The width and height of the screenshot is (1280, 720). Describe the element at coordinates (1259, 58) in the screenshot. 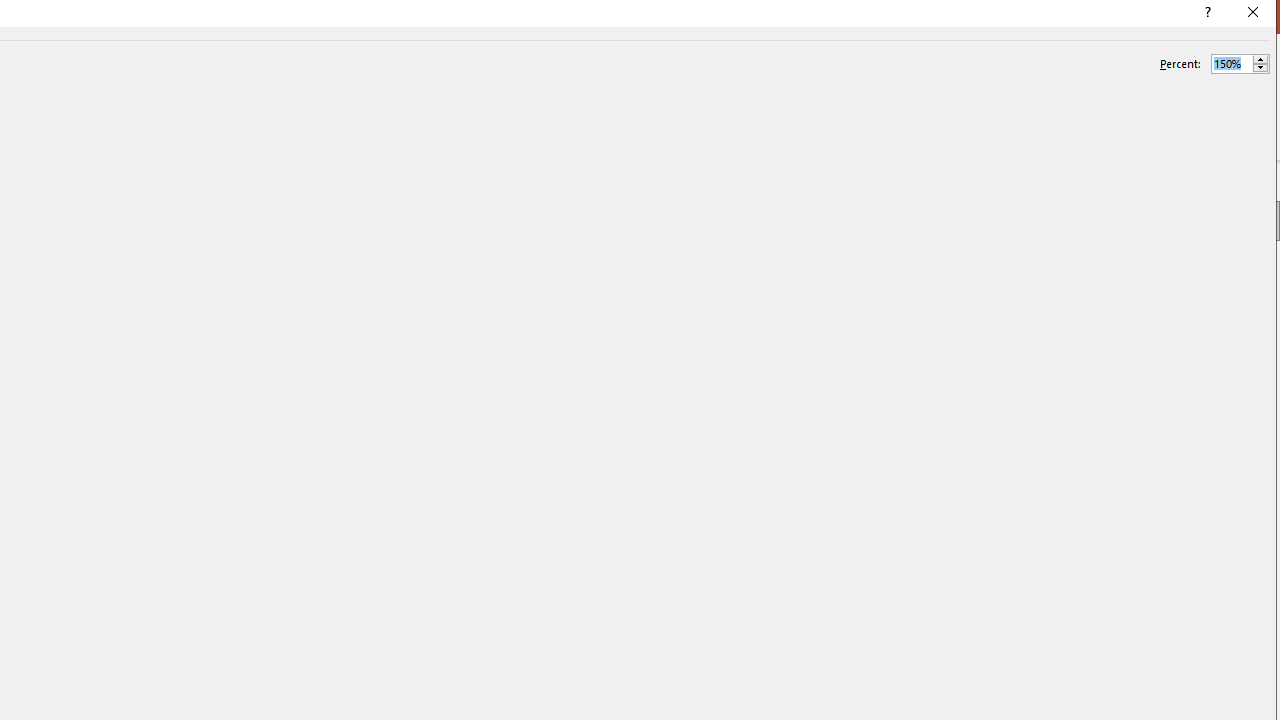

I see `'More'` at that location.